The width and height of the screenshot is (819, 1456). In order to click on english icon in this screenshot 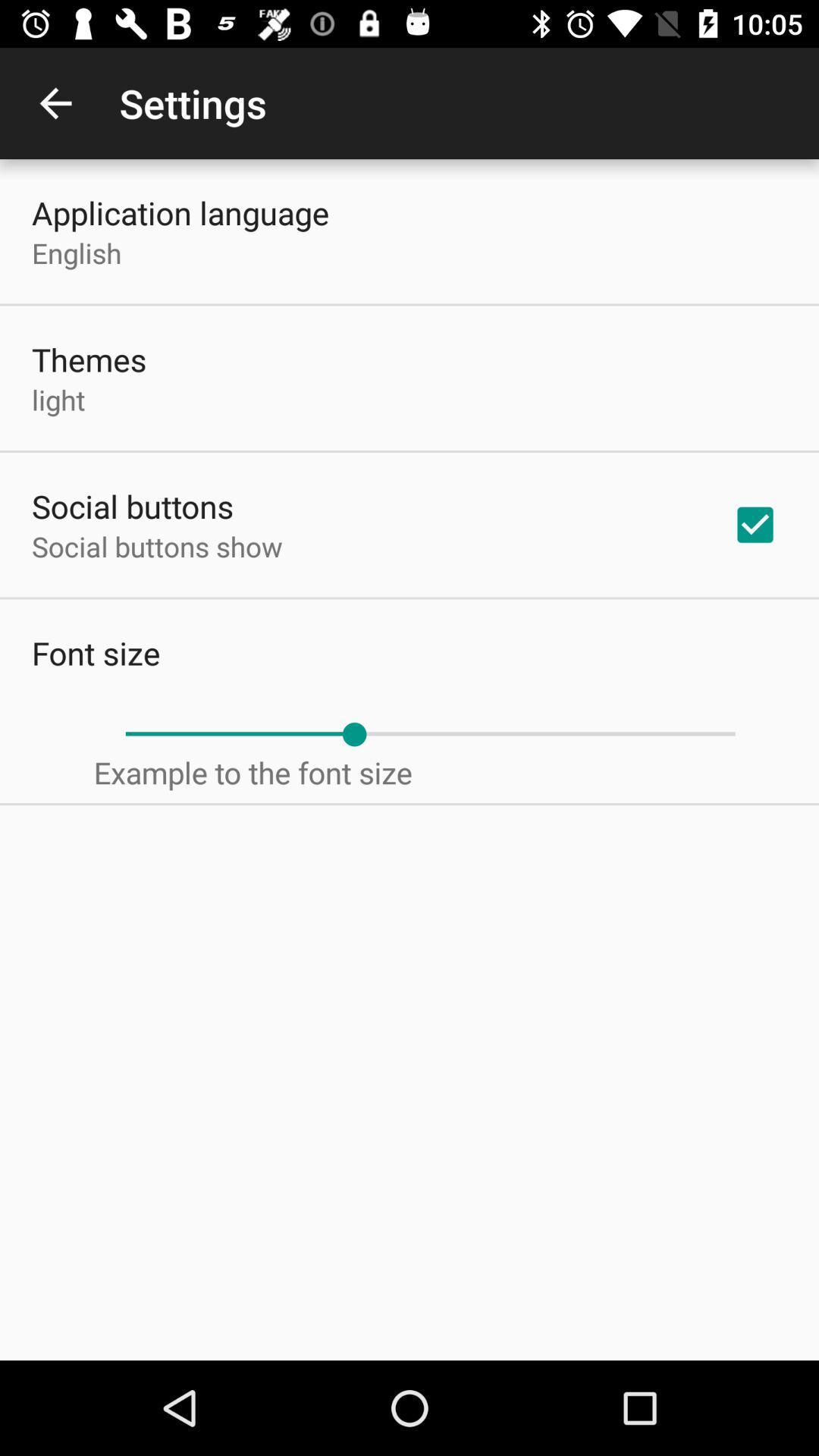, I will do `click(77, 253)`.